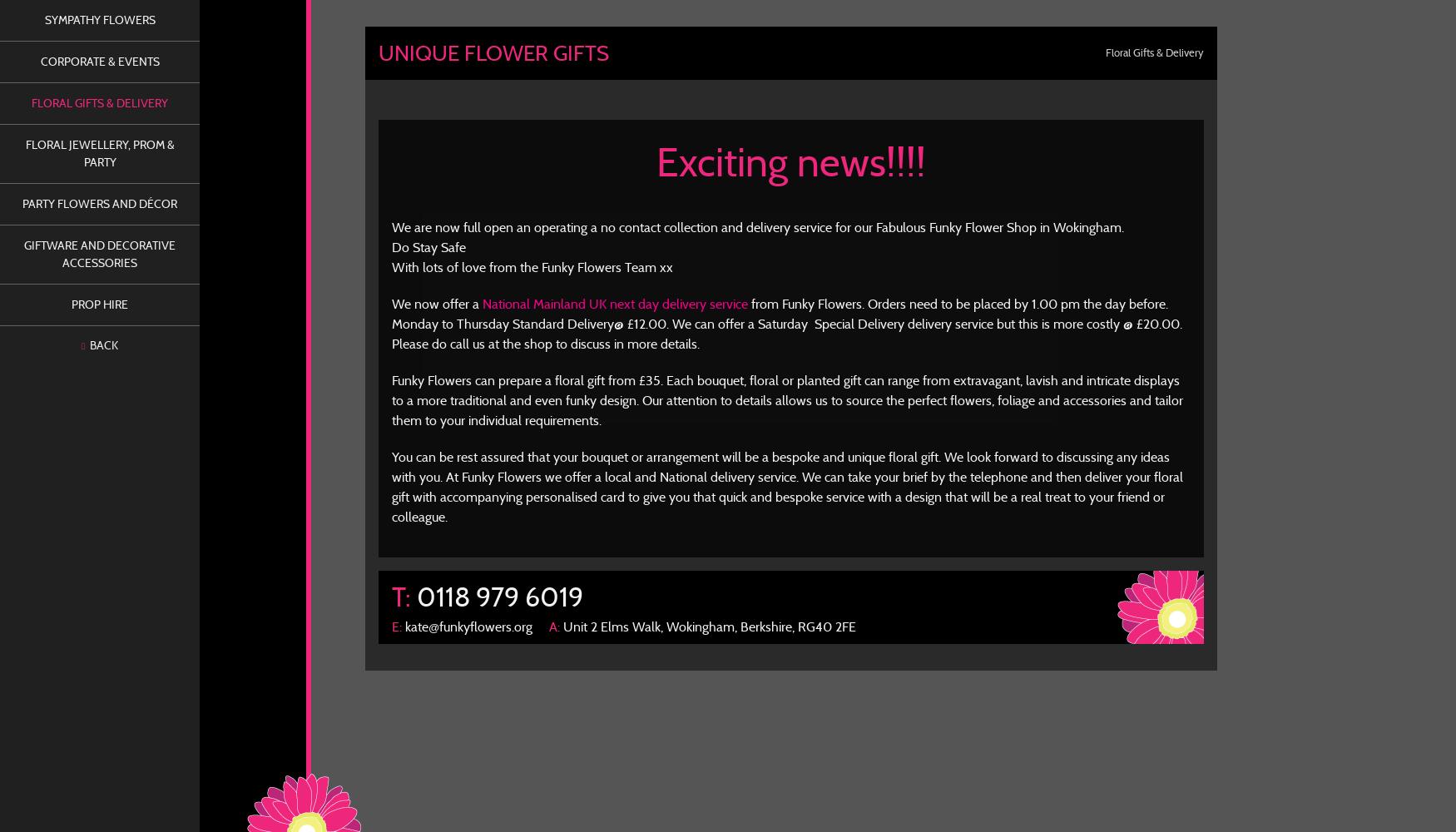  What do you see at coordinates (100, 203) in the screenshot?
I see `'Party Flowers and Décor'` at bounding box center [100, 203].